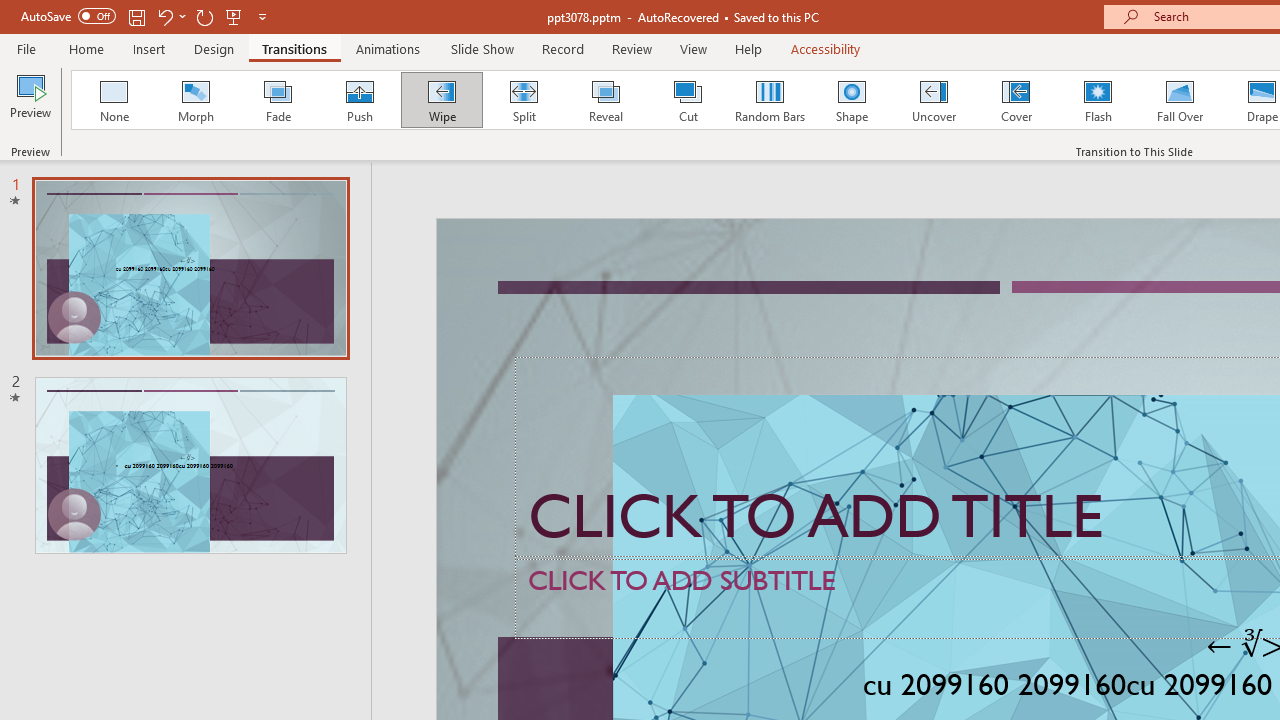 This screenshot has width=1280, height=720. I want to click on 'Split', so click(523, 100).